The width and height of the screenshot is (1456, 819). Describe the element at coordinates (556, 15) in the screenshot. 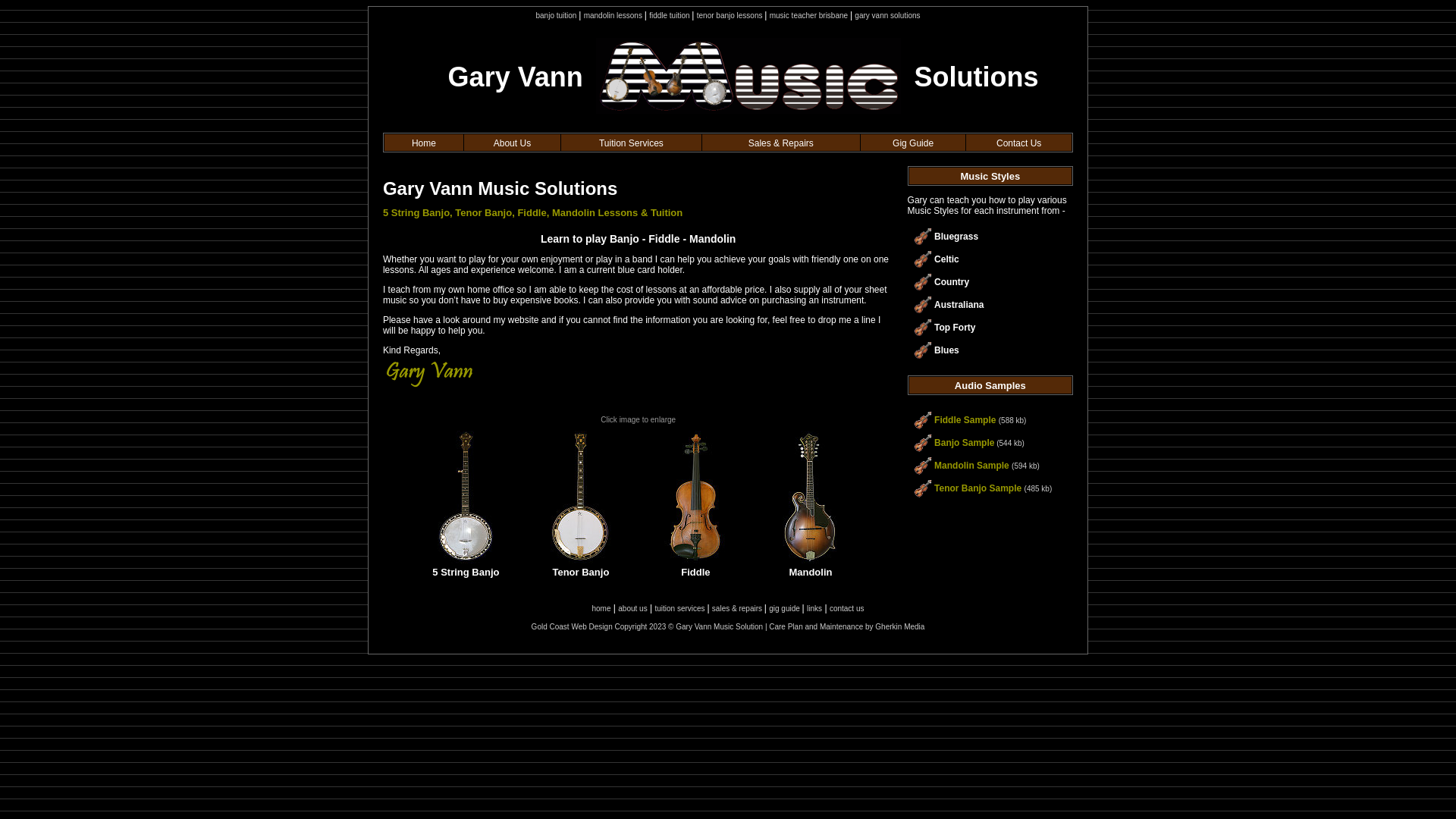

I see `'banjo tuition'` at that location.